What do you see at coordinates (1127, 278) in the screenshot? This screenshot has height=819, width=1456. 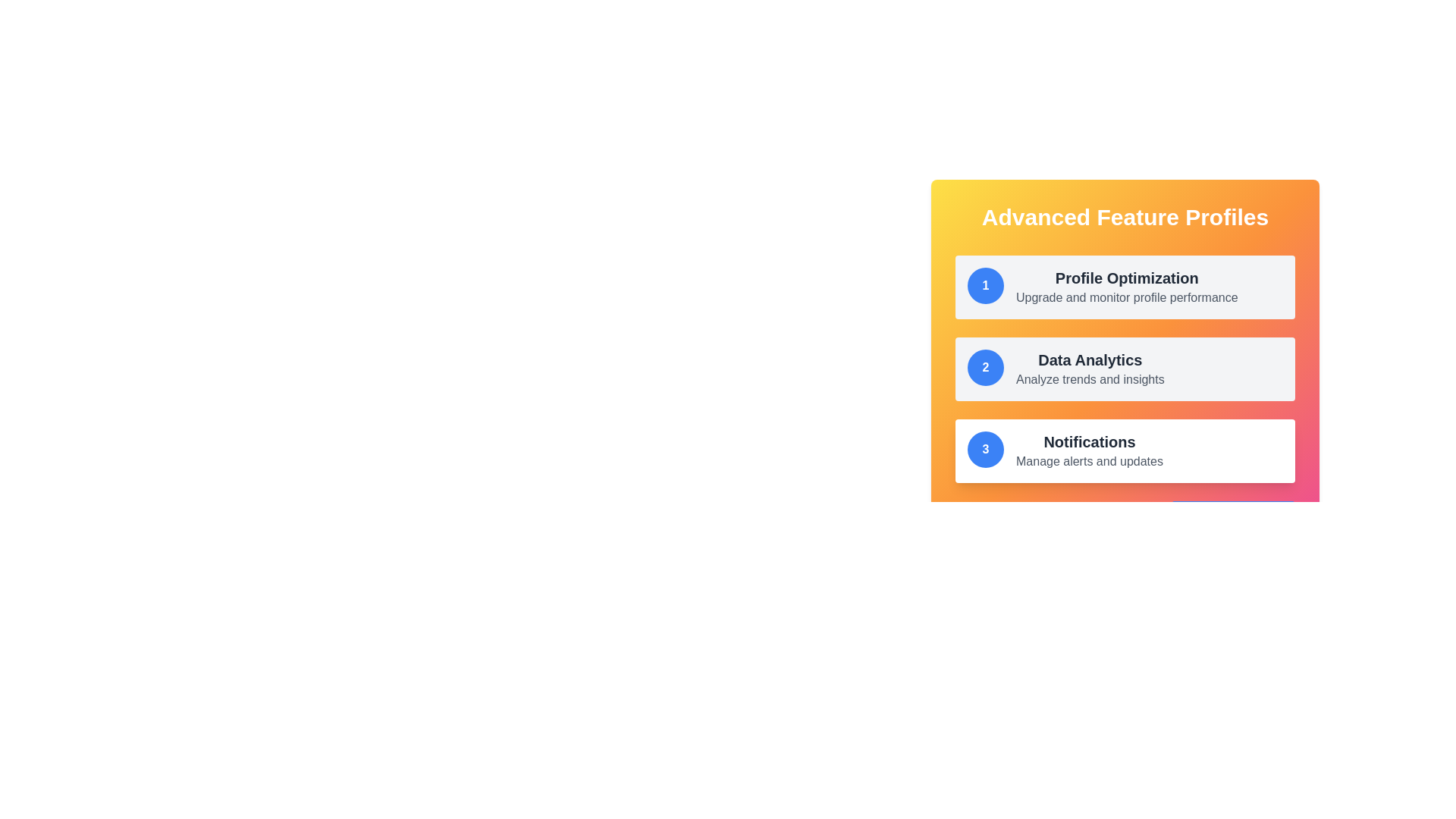 I see `the text element displaying the title 'Profile Optimization' which is a bold and large font, dark gray in color, positioned near the top of the panel and part of a structured list of features` at bounding box center [1127, 278].